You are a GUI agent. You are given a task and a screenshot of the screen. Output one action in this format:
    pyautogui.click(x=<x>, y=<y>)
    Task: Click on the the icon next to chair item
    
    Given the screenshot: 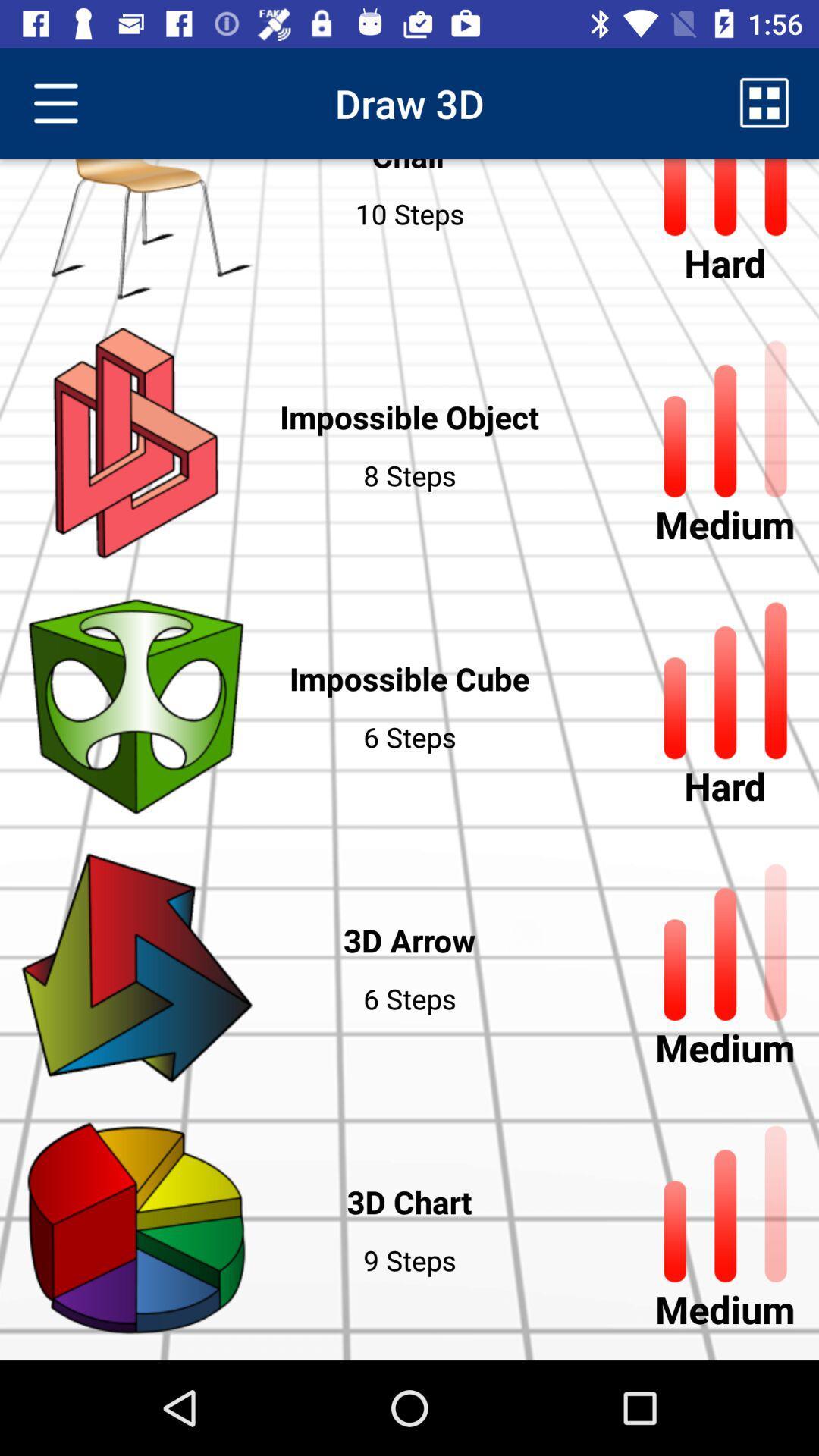 What is the action you would take?
    pyautogui.click(x=55, y=102)
    